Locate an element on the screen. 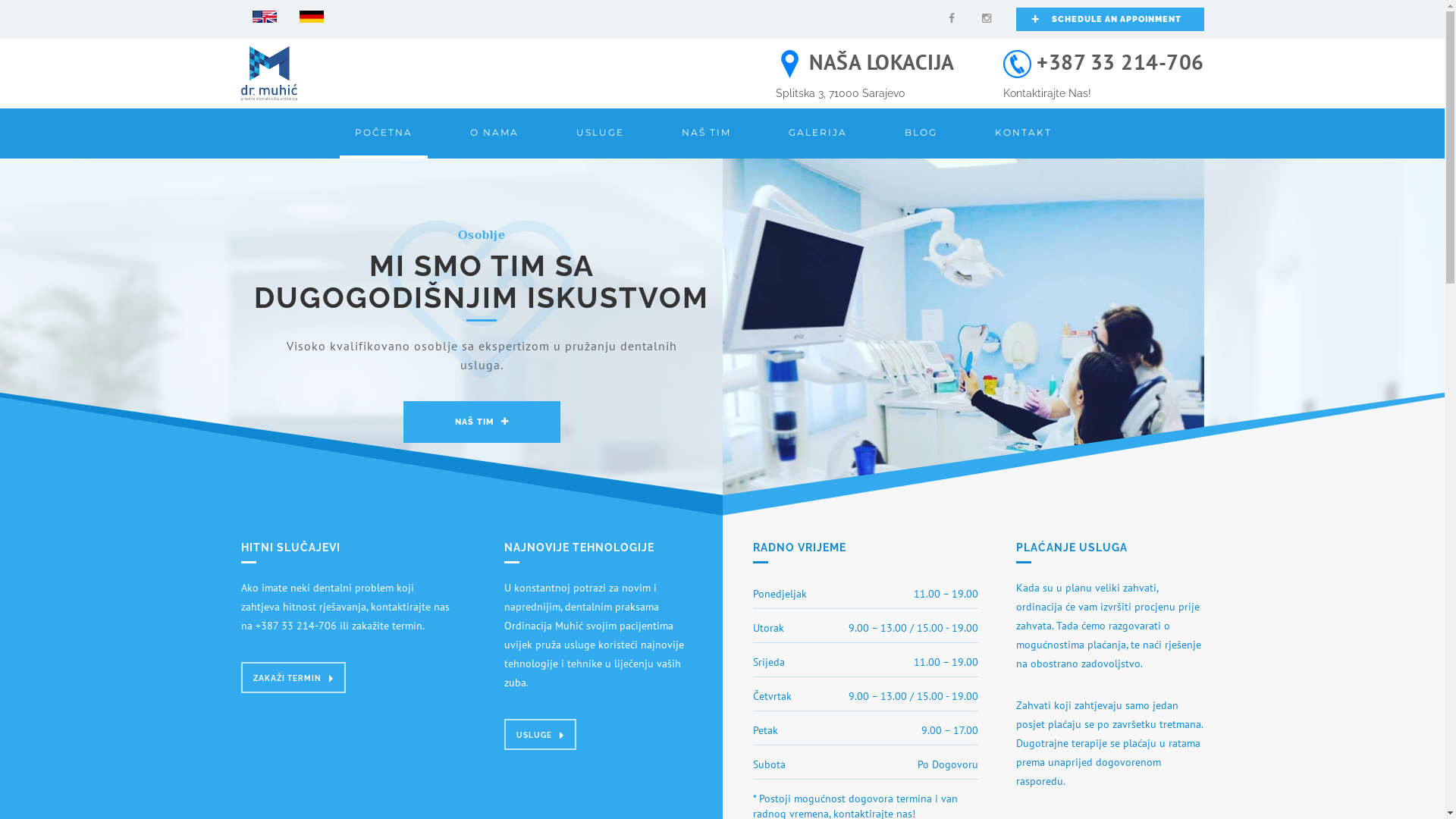 This screenshot has width=1456, height=819. 'USLUGE' is located at coordinates (599, 133).